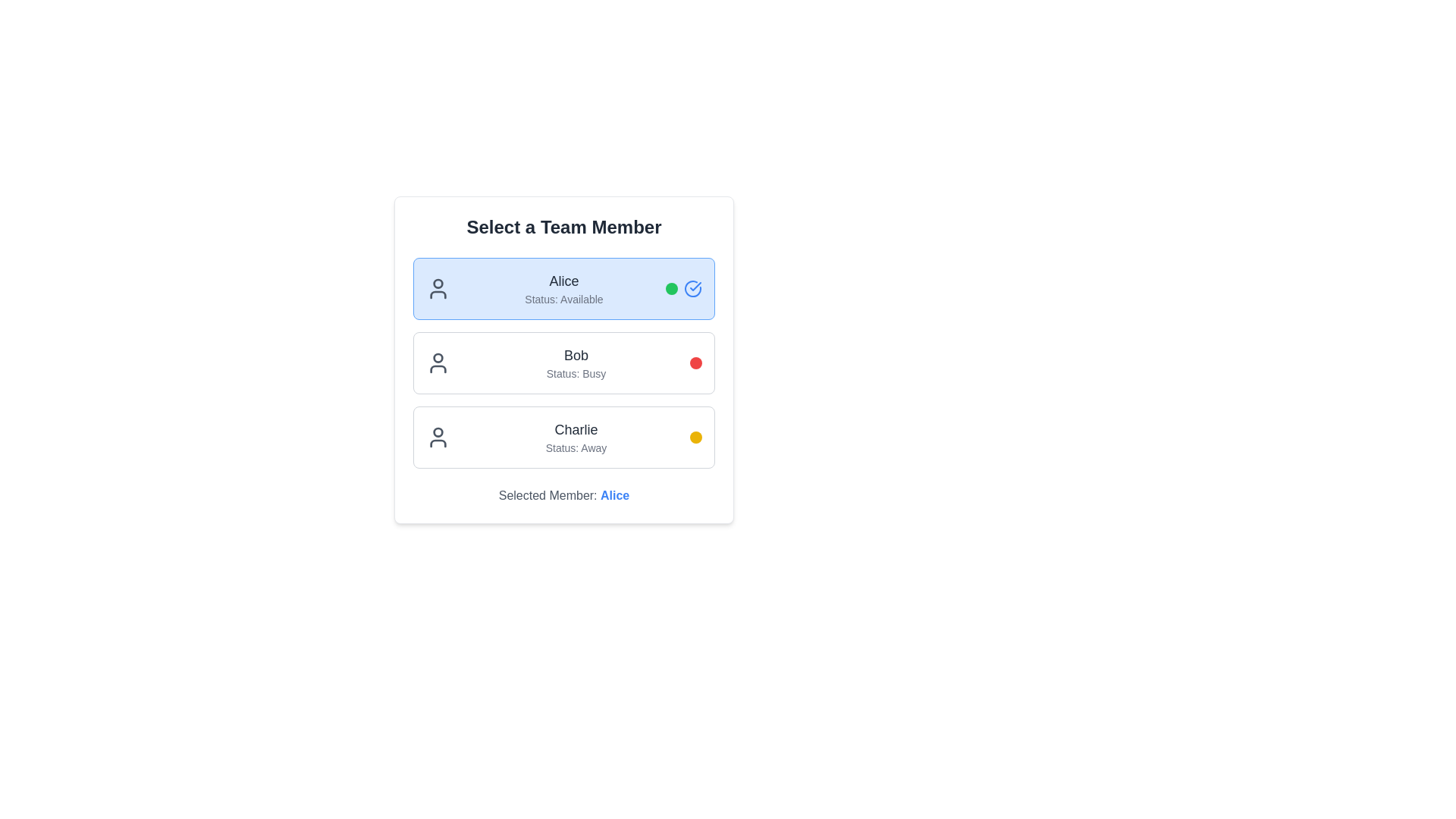 This screenshot has width=1456, height=819. I want to click on text from the Text Label that serves as a title for the associated team member, located above the 'Status: Busy' text in the second entry of the team member list, so click(575, 356).